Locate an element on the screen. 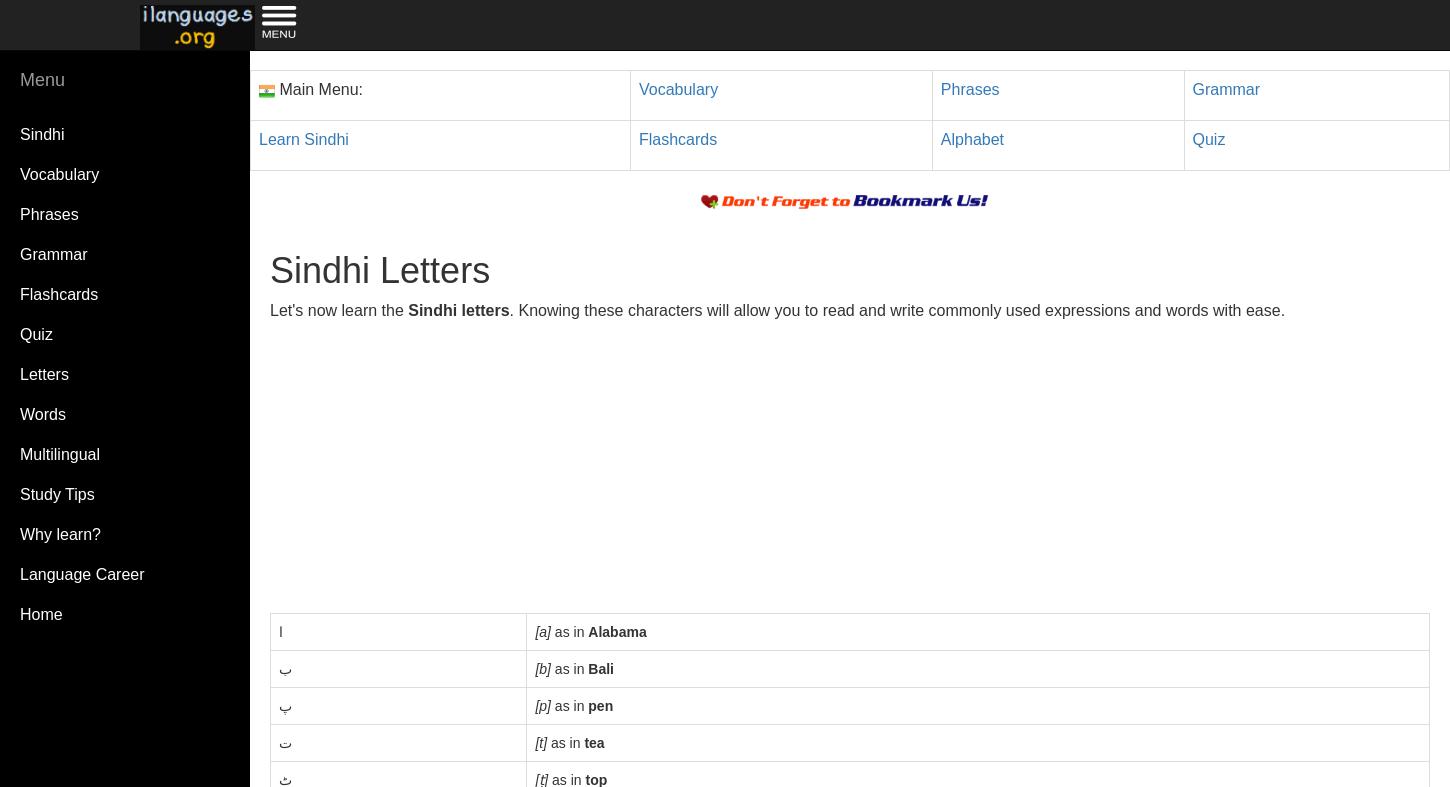 This screenshot has height=787, width=1450. 'Sindhi' is located at coordinates (42, 134).